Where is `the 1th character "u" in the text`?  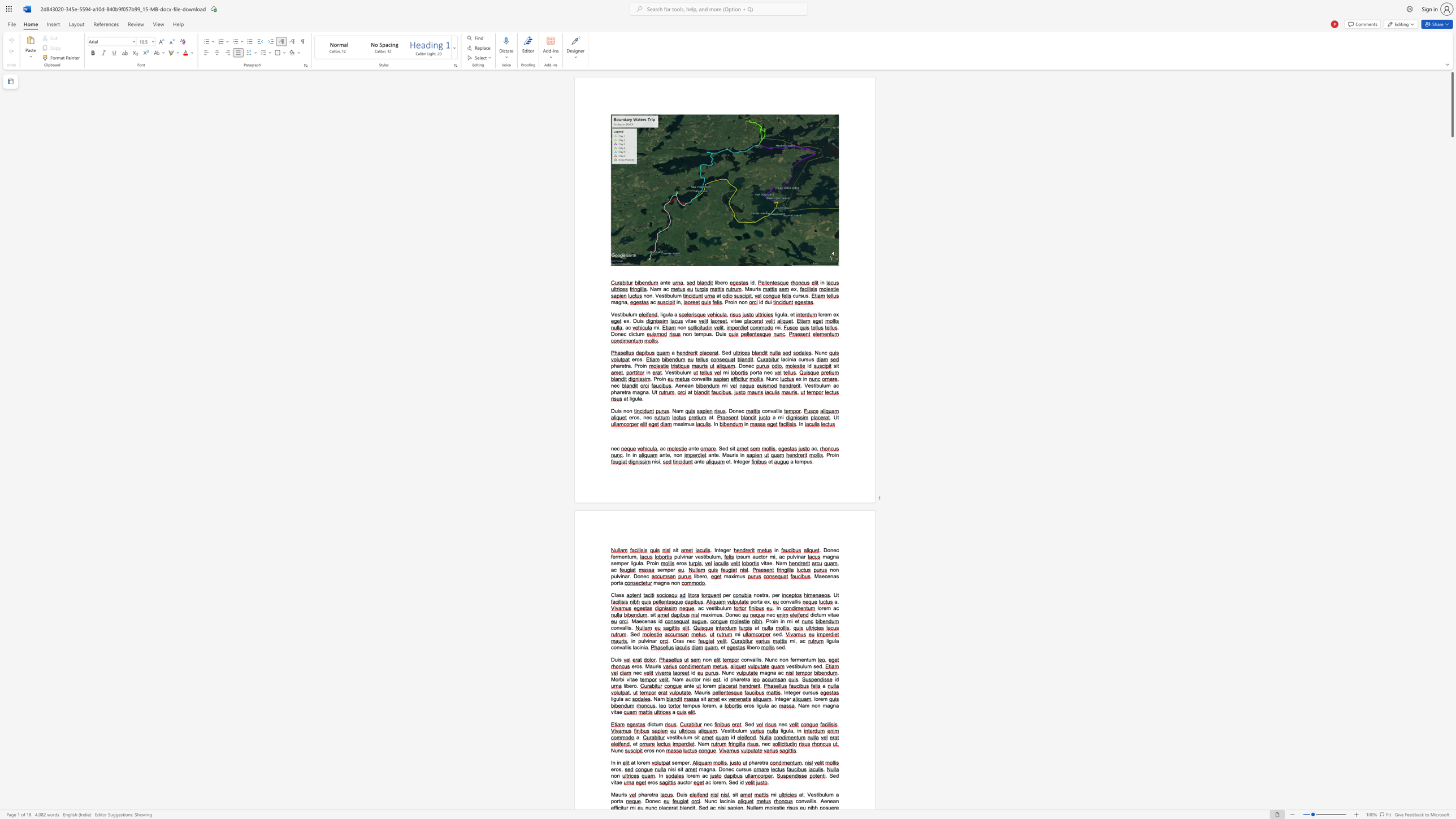
the 1th character "u" in the text is located at coordinates (744, 557).